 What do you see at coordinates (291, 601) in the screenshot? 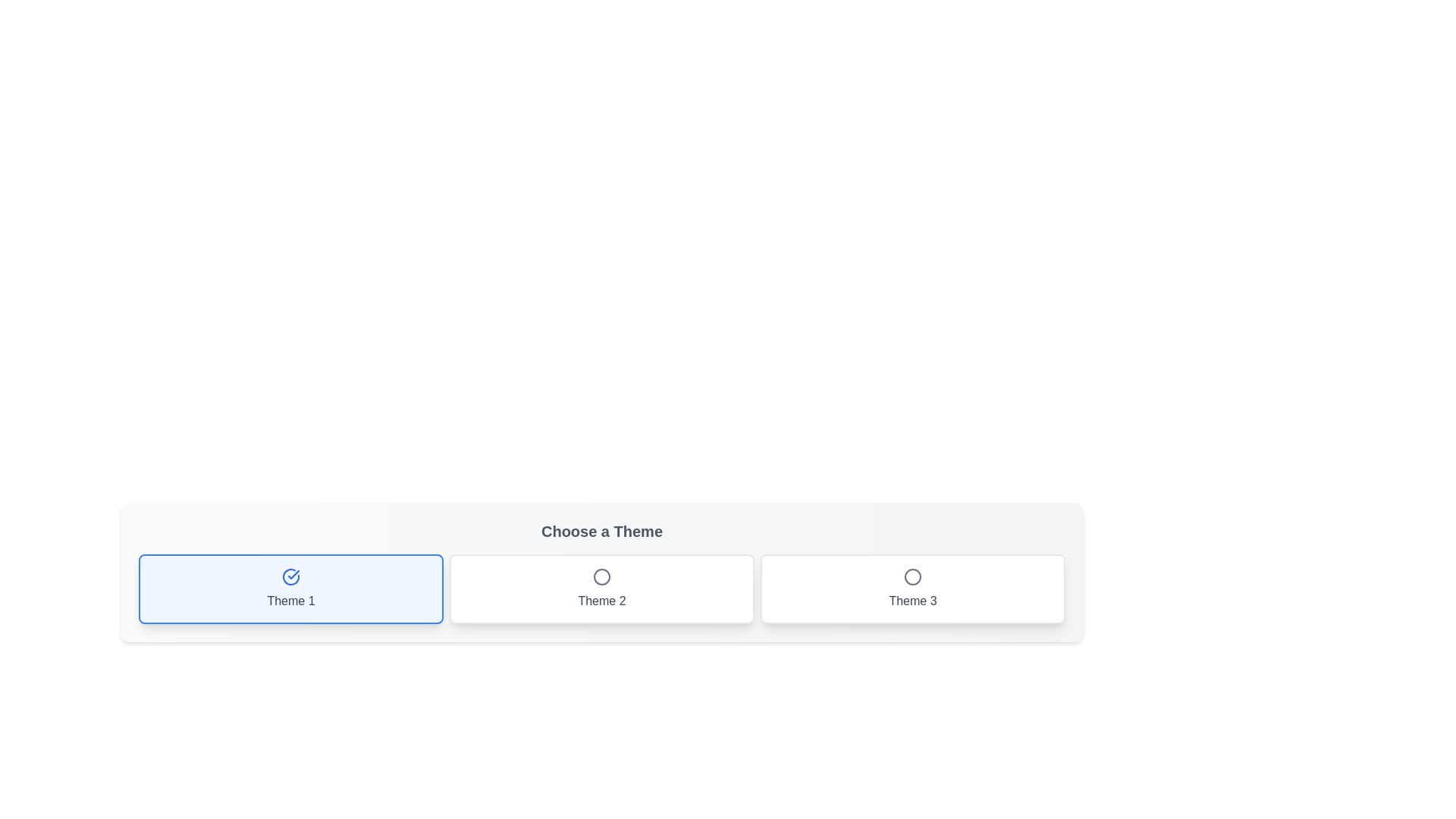
I see `the non-interactive text label located at the bottom-center of the first theme selection card, which identifies the theme for the user` at bounding box center [291, 601].